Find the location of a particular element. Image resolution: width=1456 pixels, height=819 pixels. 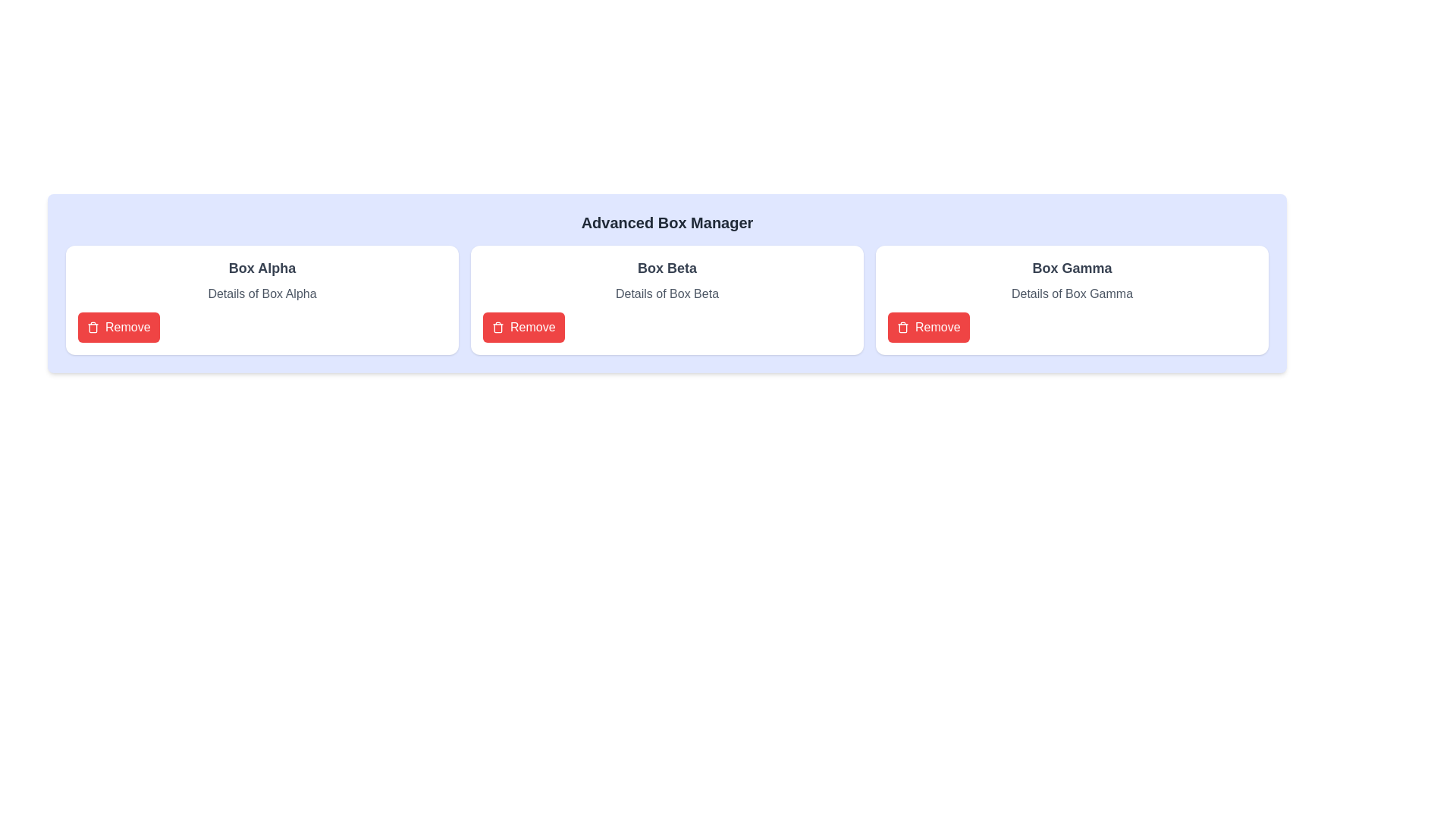

the trash can SVG icon located to the left of the 'Remove' text within the red rectangular button below the 'Box Beta' card is located at coordinates (498, 327).